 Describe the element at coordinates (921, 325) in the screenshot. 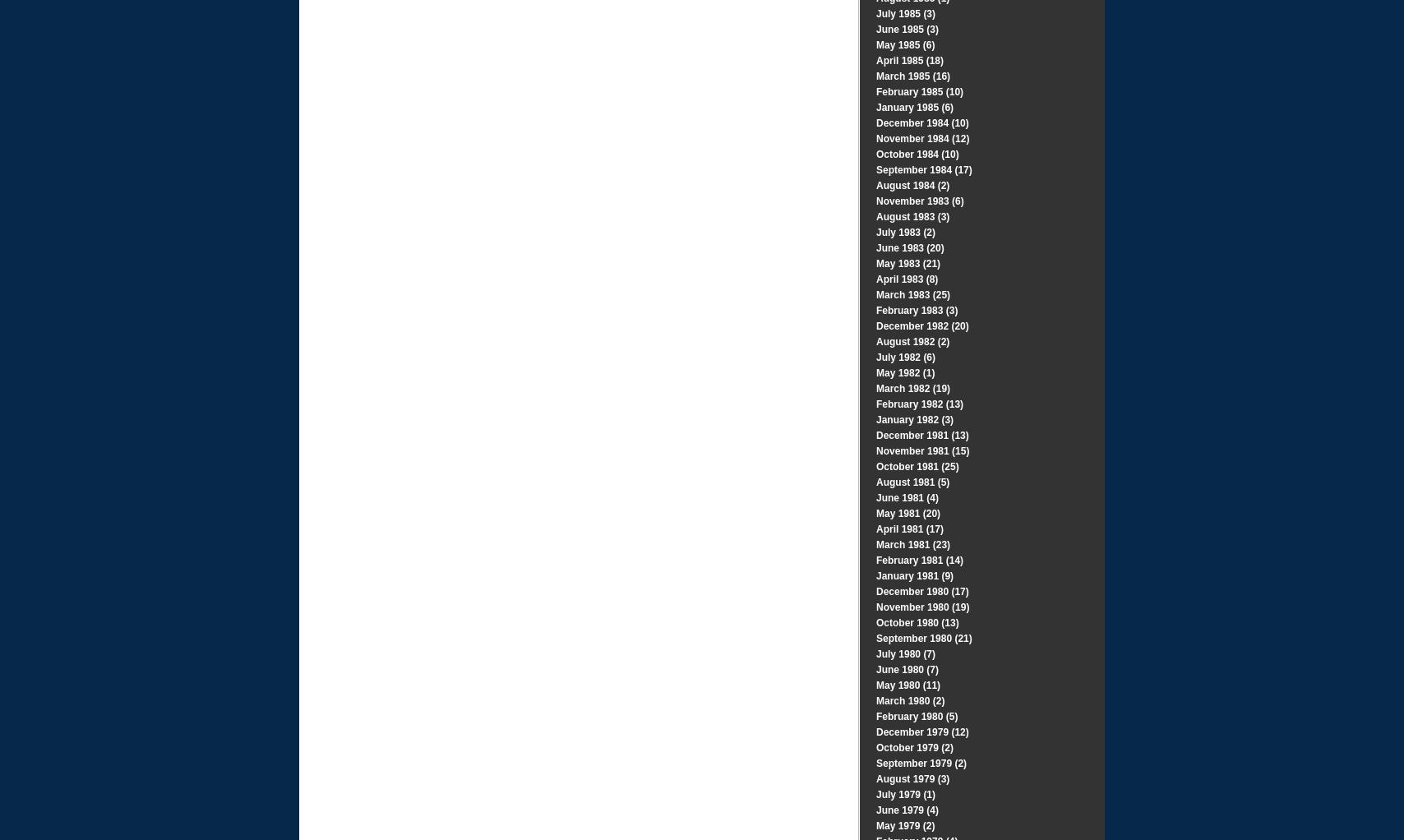

I see `'December 1982 (20)'` at that location.